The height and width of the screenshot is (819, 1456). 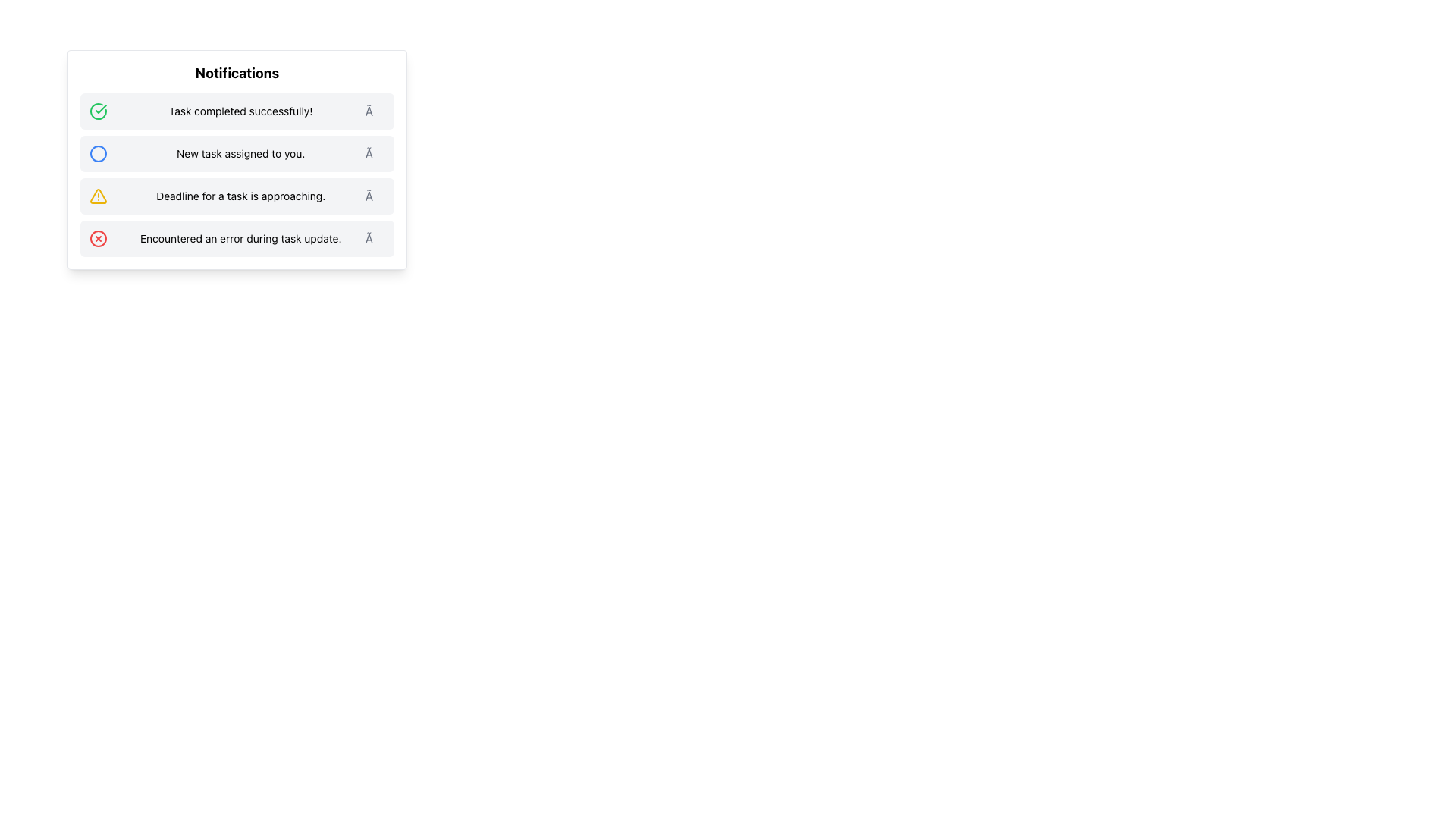 What do you see at coordinates (375, 154) in the screenshot?
I see `the dismiss button located at the far right side of the notification strip that reads 'New task assigned to you' to observe a style change` at bounding box center [375, 154].